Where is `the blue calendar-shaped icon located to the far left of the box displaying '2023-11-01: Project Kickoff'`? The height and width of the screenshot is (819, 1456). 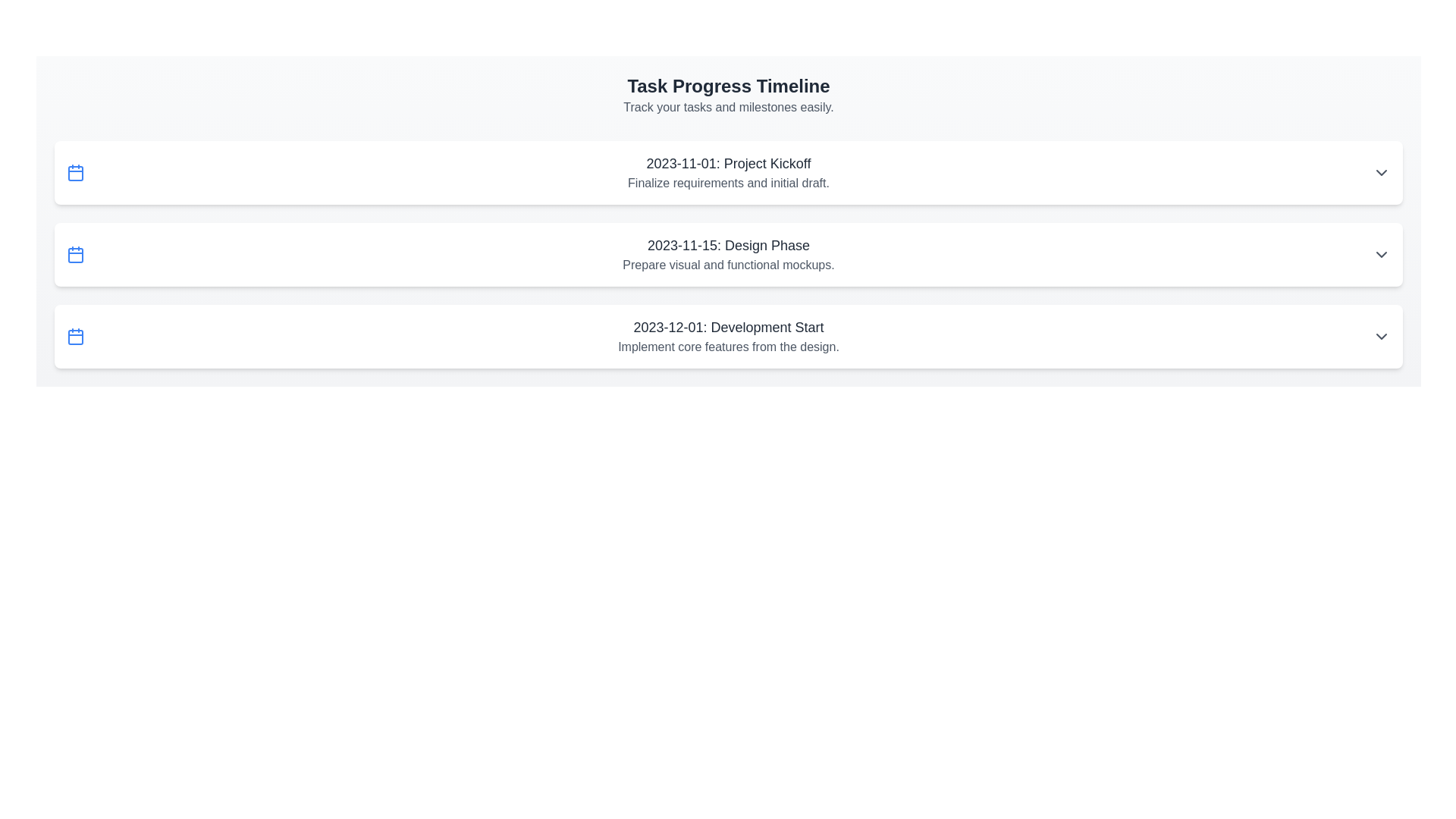 the blue calendar-shaped icon located to the far left of the box displaying '2023-11-01: Project Kickoff' is located at coordinates (75, 171).